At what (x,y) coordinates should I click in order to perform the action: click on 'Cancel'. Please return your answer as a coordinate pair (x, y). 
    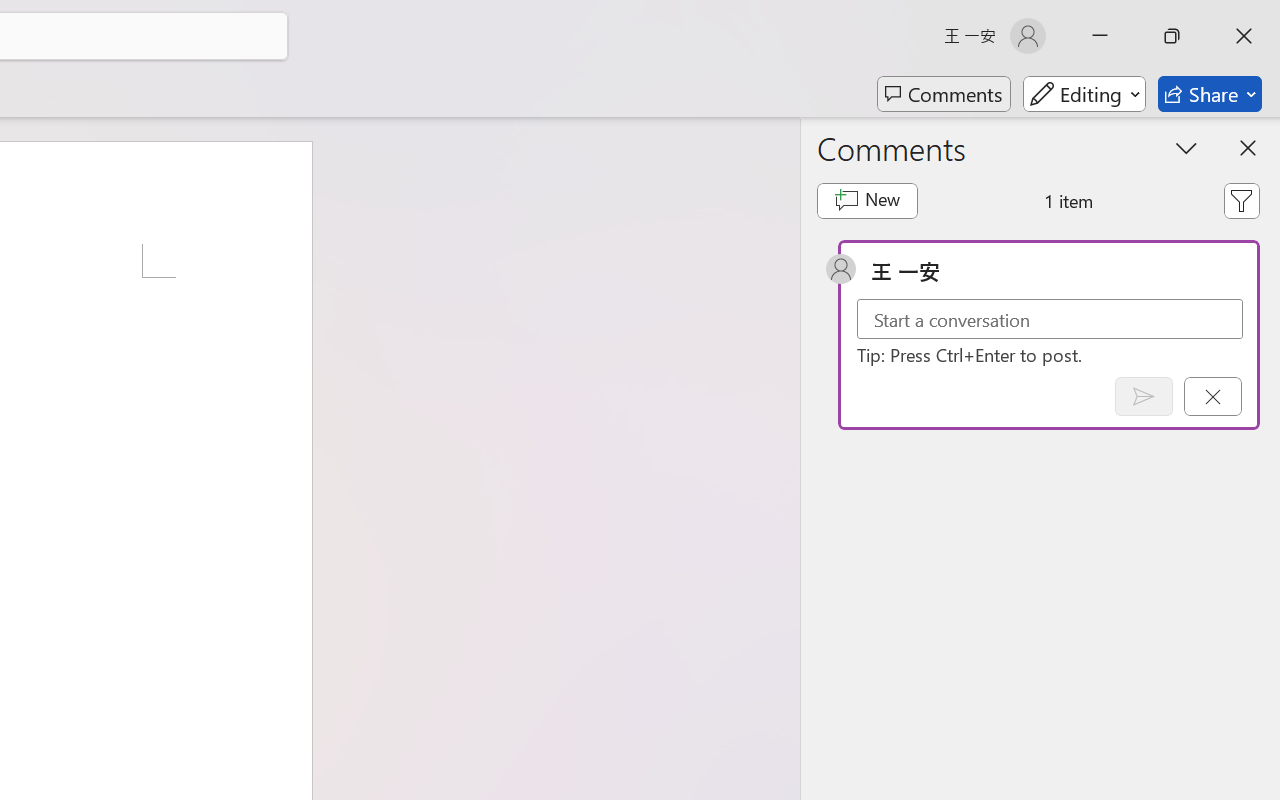
    Looking at the image, I should click on (1211, 395).